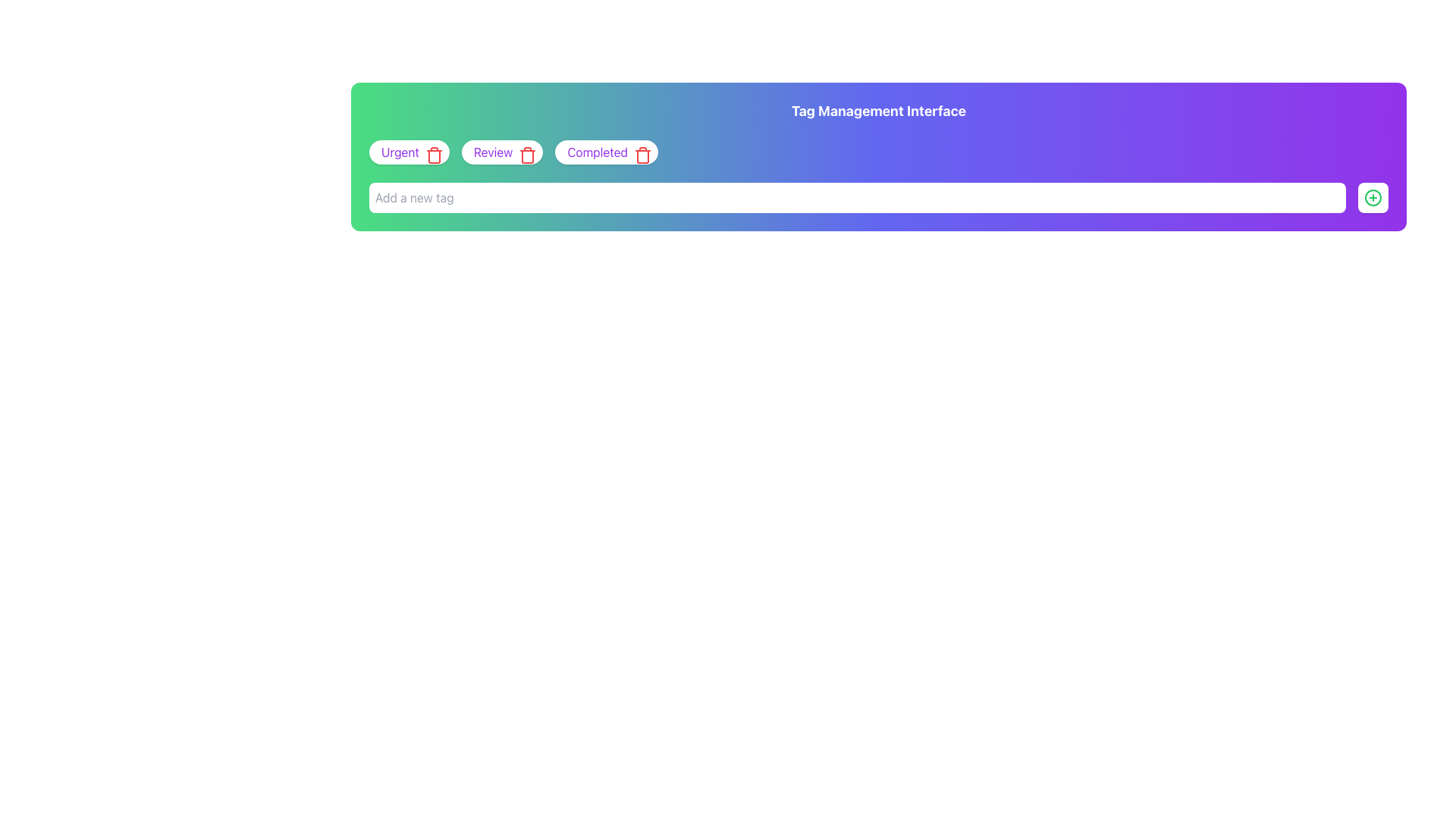 The height and width of the screenshot is (819, 1456). What do you see at coordinates (1373, 197) in the screenshot?
I see `the SVG Circle Element that is part of the plus-circle icon located to the right side of the search bar` at bounding box center [1373, 197].